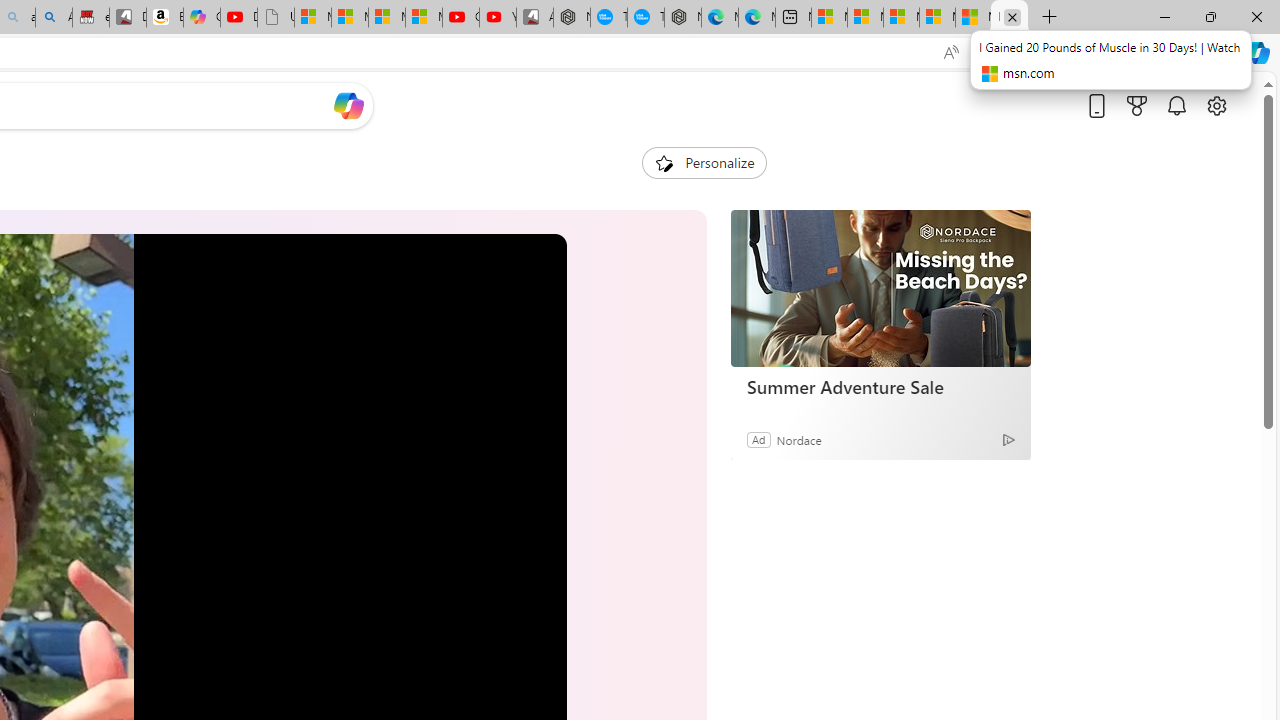  Describe the element at coordinates (1164, 16) in the screenshot. I see `'Minimize'` at that location.